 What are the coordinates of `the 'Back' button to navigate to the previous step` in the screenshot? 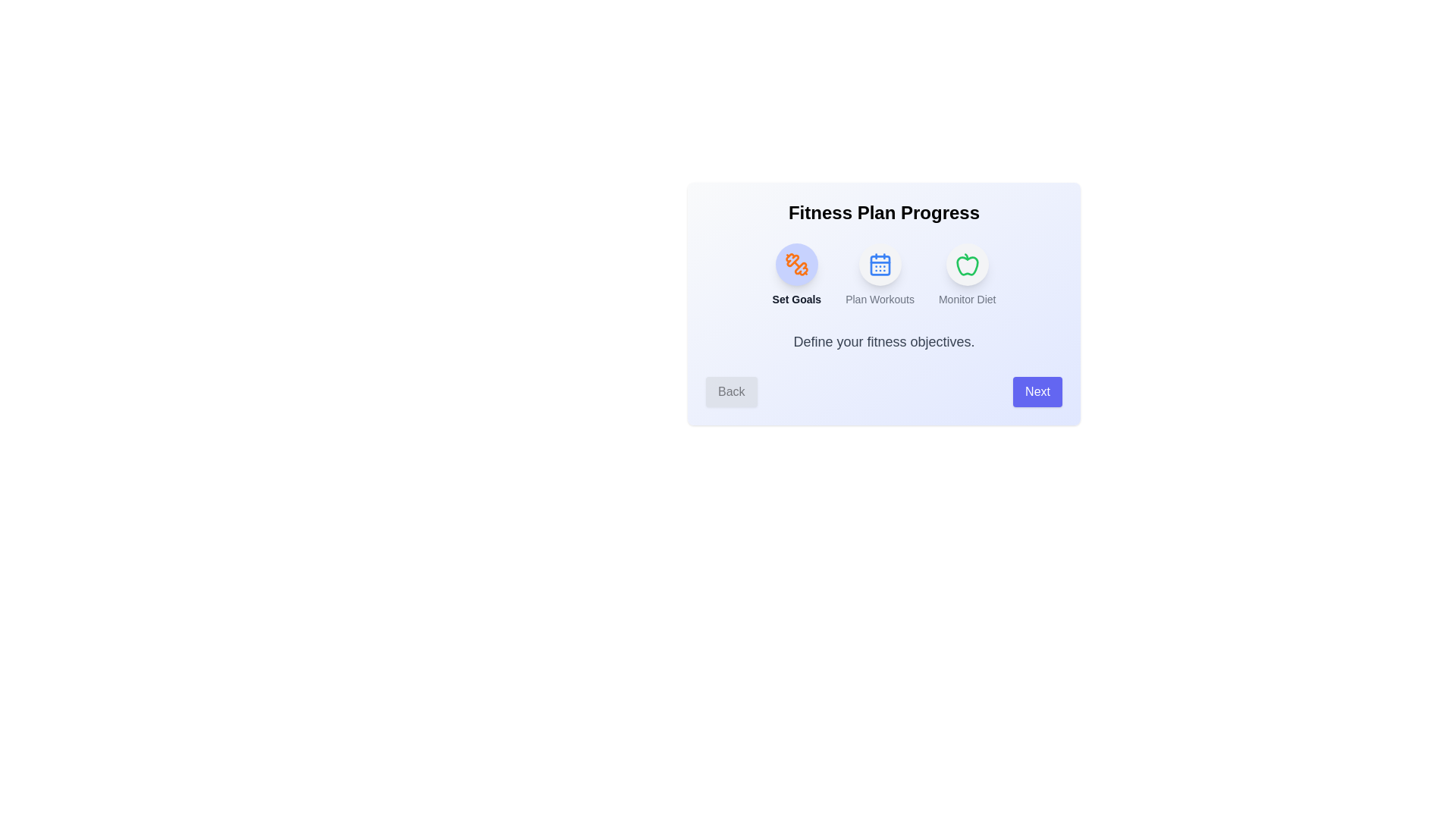 It's located at (731, 391).